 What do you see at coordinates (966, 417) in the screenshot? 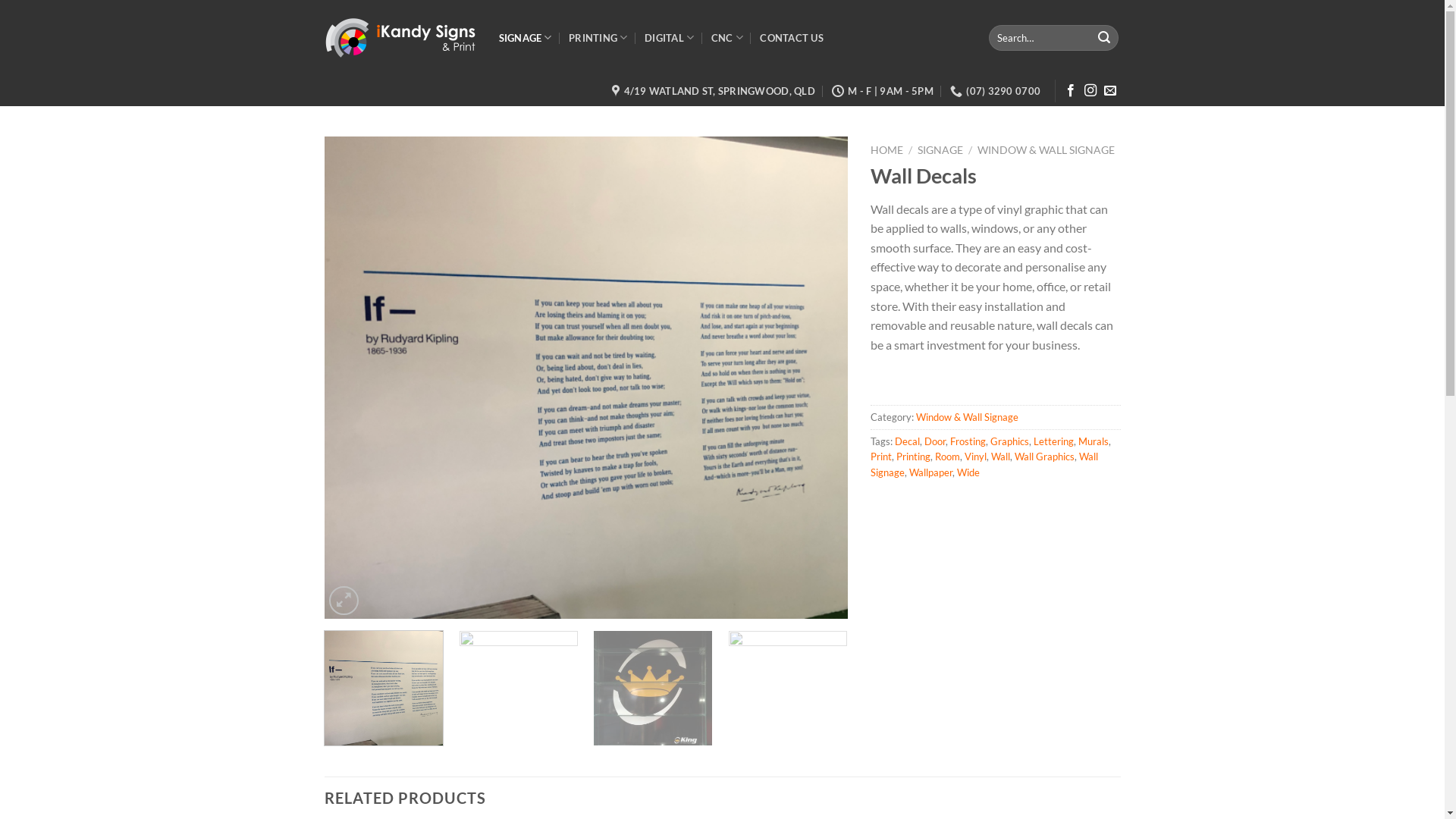
I see `'Window & Wall Signage'` at bounding box center [966, 417].